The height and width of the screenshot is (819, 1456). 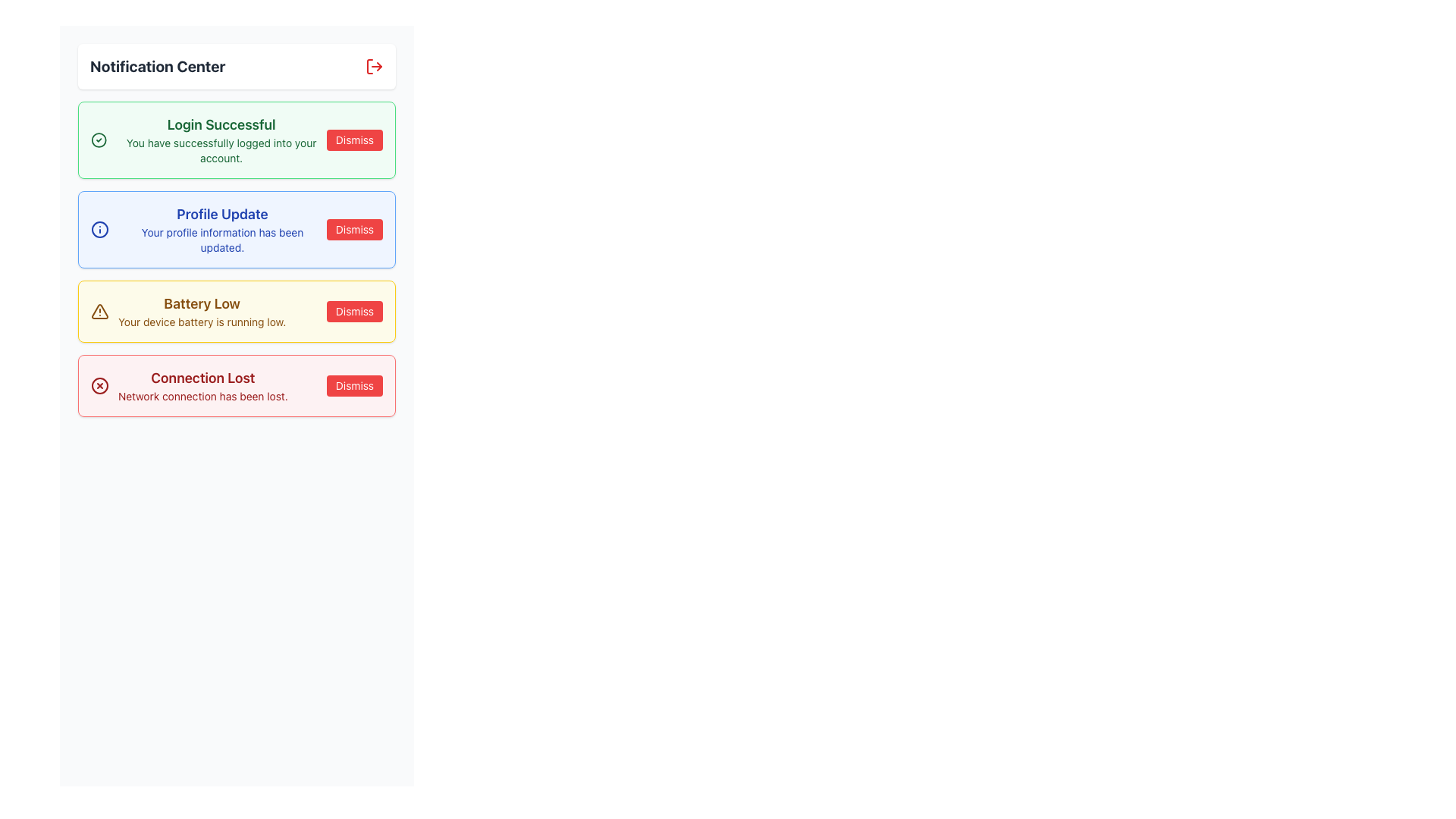 What do you see at coordinates (98, 140) in the screenshot?
I see `the success icon located in the topmost notification box, adjacent to the 'Login Successful' title text` at bounding box center [98, 140].